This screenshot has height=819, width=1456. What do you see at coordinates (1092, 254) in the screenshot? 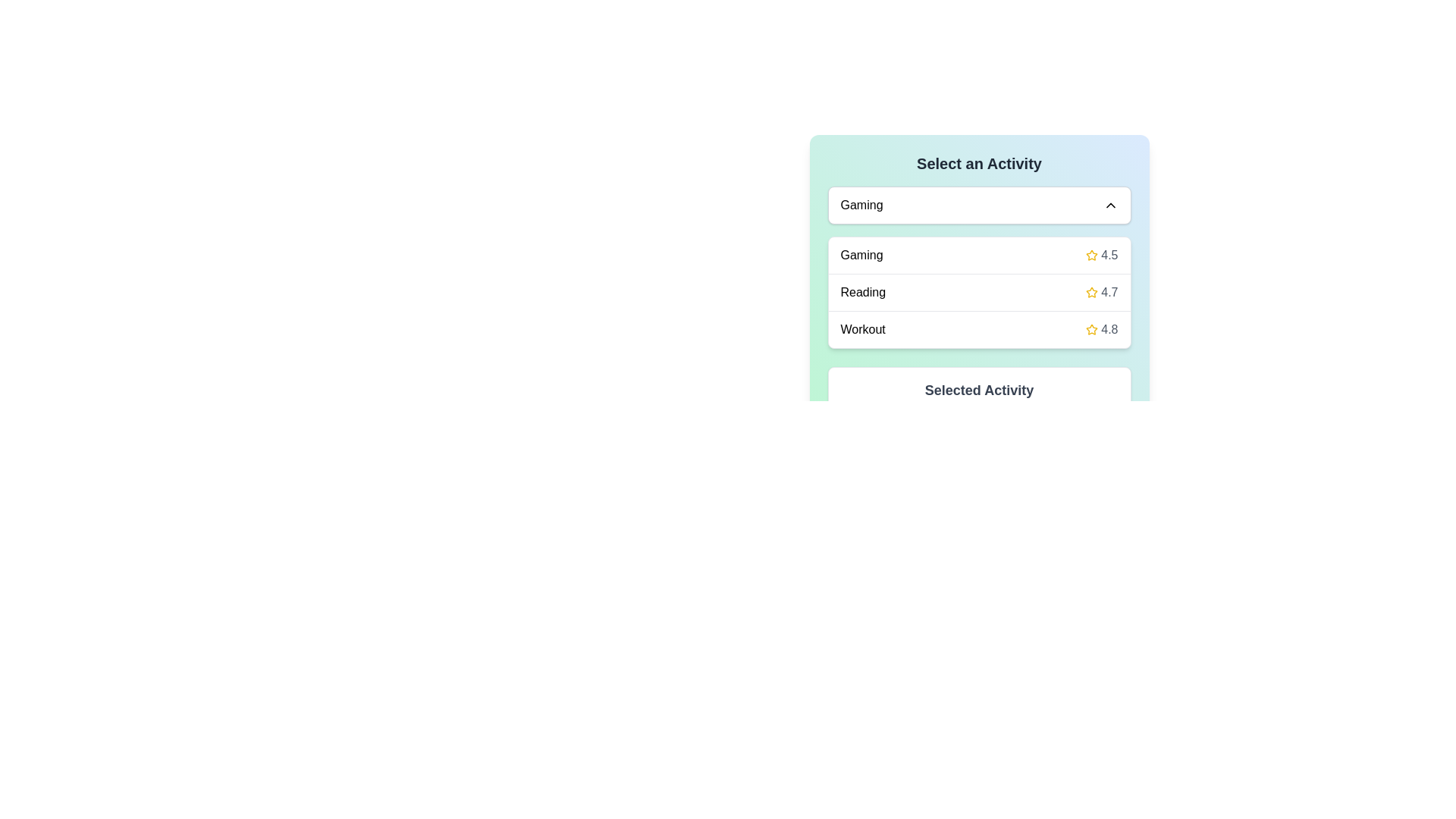
I see `the star icon representing a rating of '4.5' in the dropdown list titled 'Select an Activity', located next to the text 'Gaming'` at bounding box center [1092, 254].